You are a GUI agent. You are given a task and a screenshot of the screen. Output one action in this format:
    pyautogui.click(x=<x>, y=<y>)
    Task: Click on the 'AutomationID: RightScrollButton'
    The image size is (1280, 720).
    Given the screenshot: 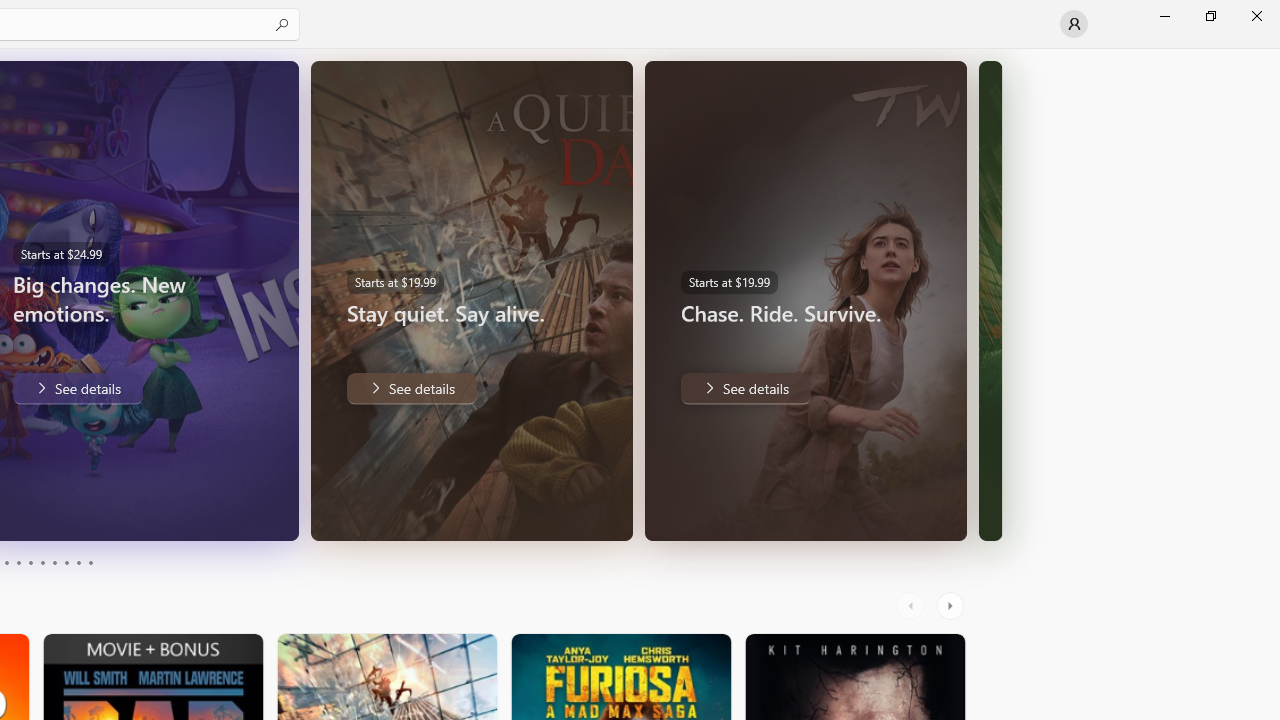 What is the action you would take?
    pyautogui.click(x=951, y=605)
    